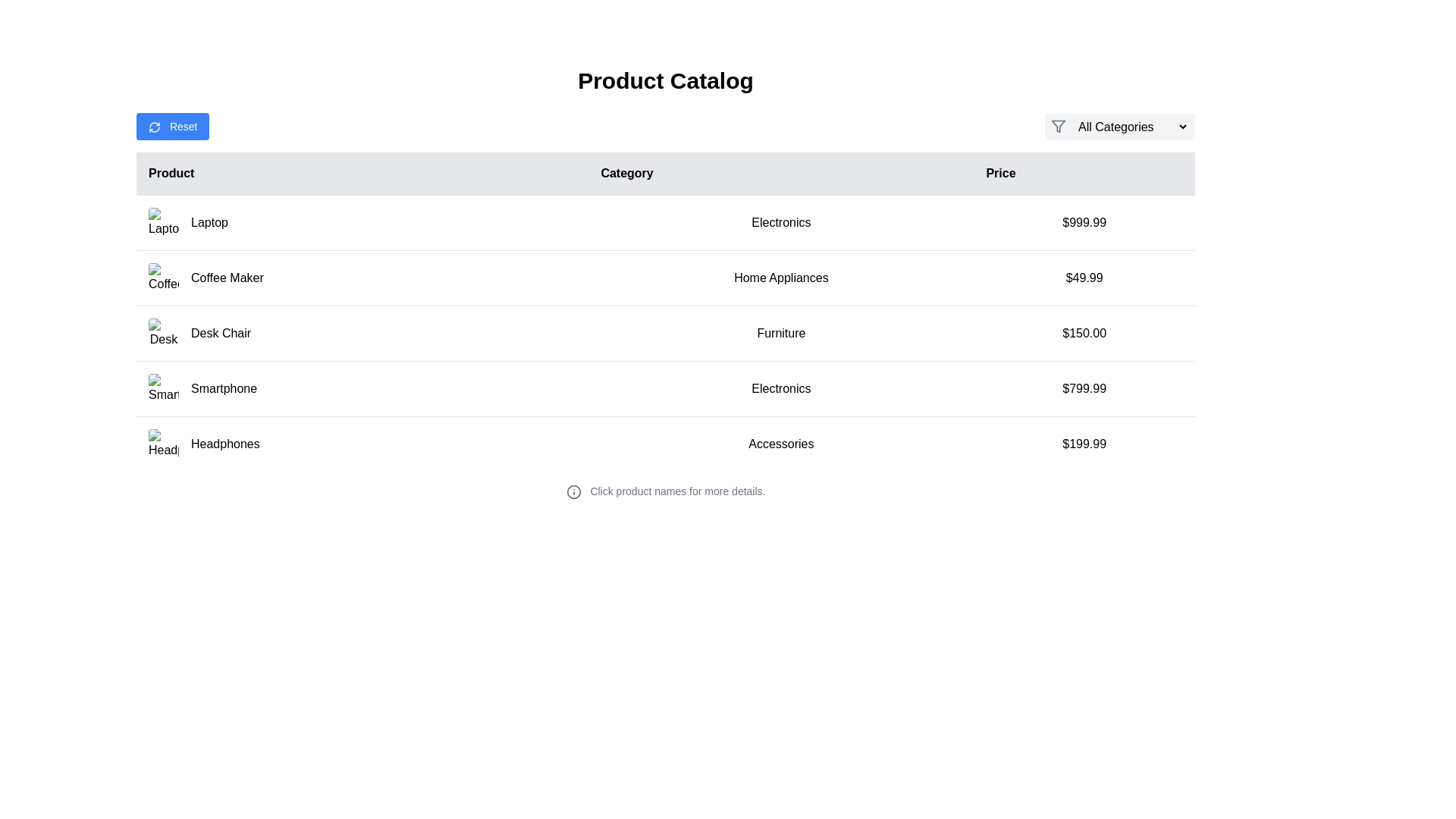  What do you see at coordinates (1084, 278) in the screenshot?
I see `the text label displaying the price of the 'Coffee Maker' product in the product catalog table, located in the 'Price' column` at bounding box center [1084, 278].